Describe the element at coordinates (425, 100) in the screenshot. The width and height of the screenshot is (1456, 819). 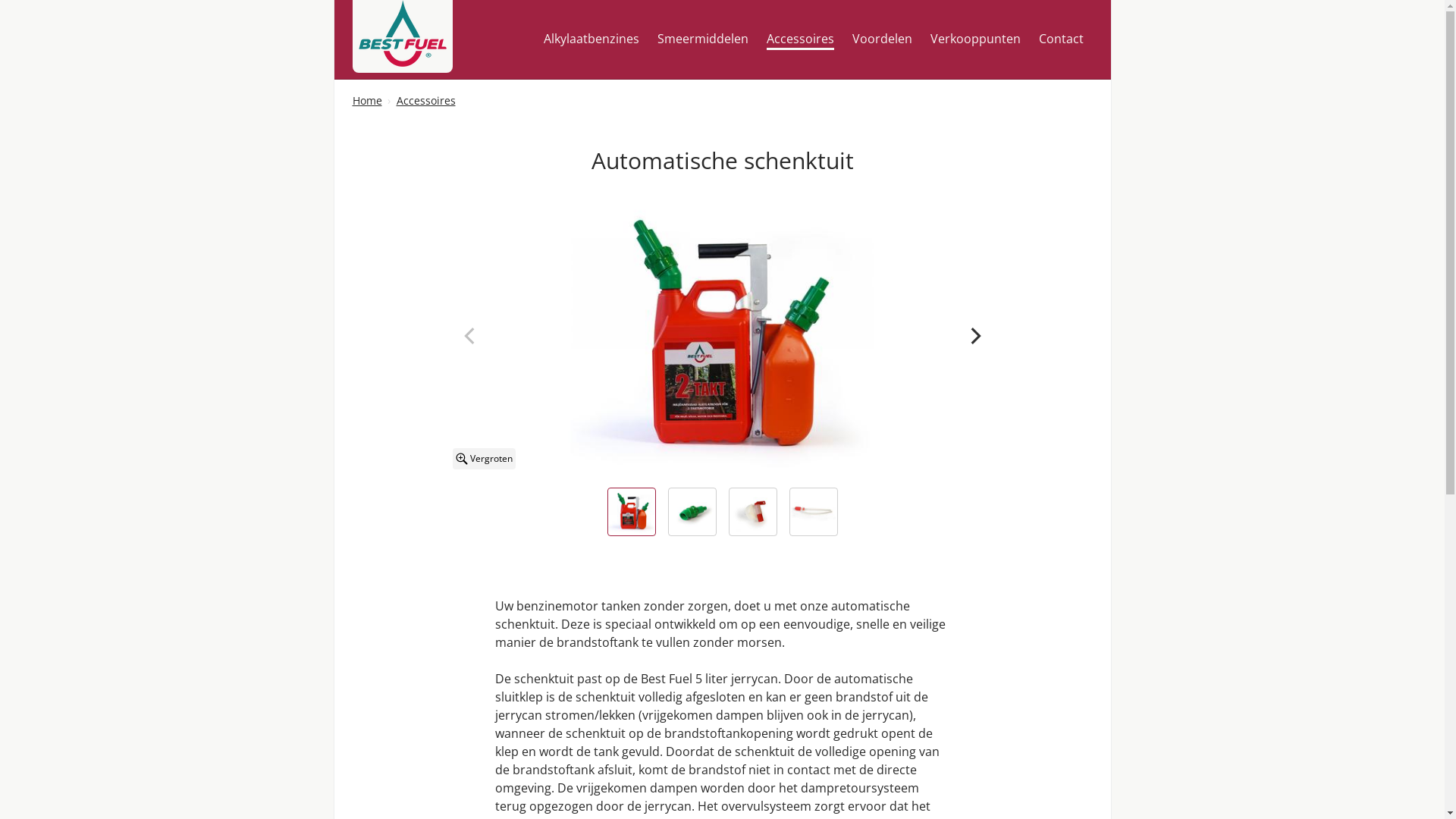
I see `'Accessoires'` at that location.